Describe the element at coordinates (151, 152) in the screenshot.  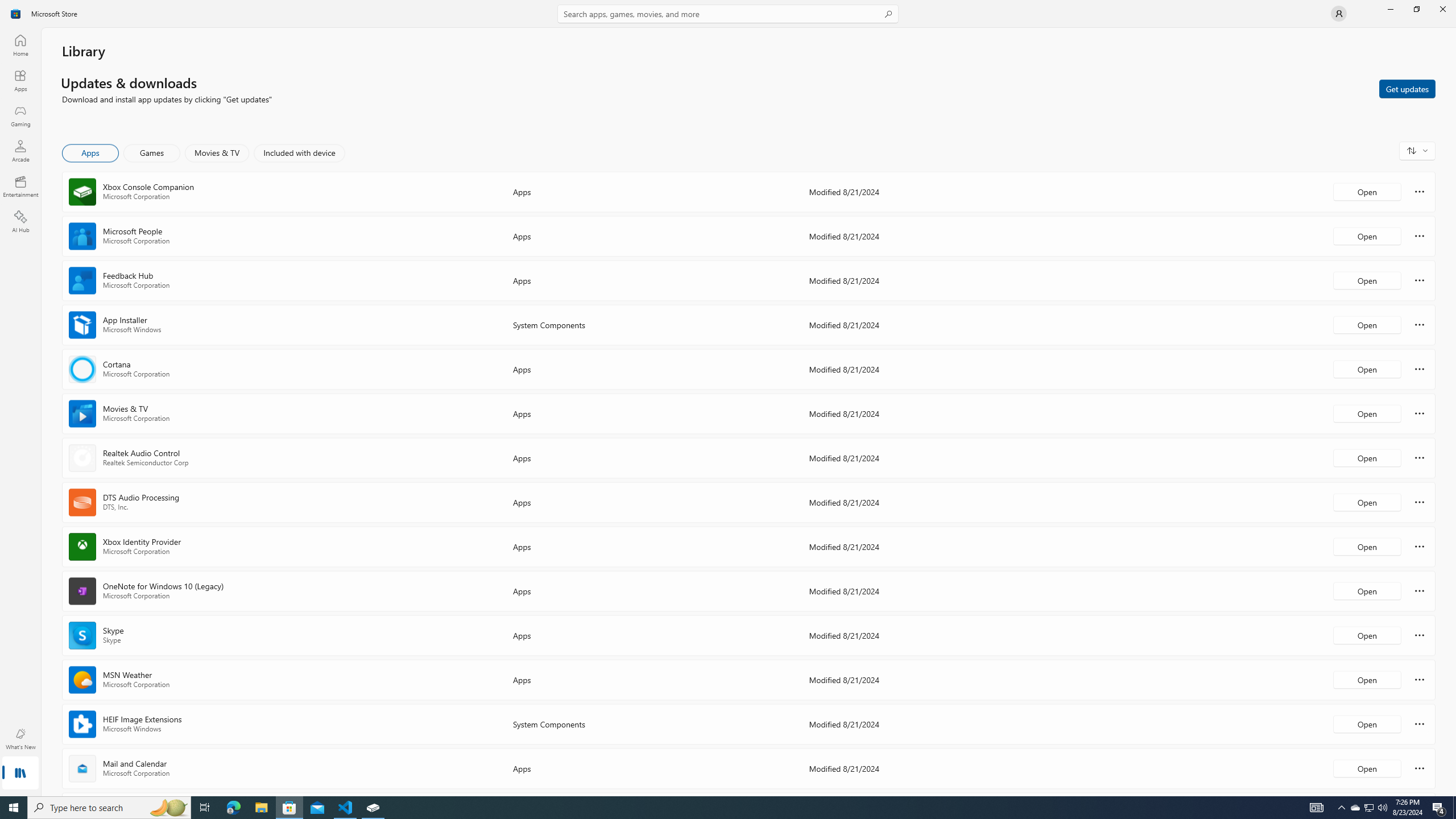
I see `'Games'` at that location.